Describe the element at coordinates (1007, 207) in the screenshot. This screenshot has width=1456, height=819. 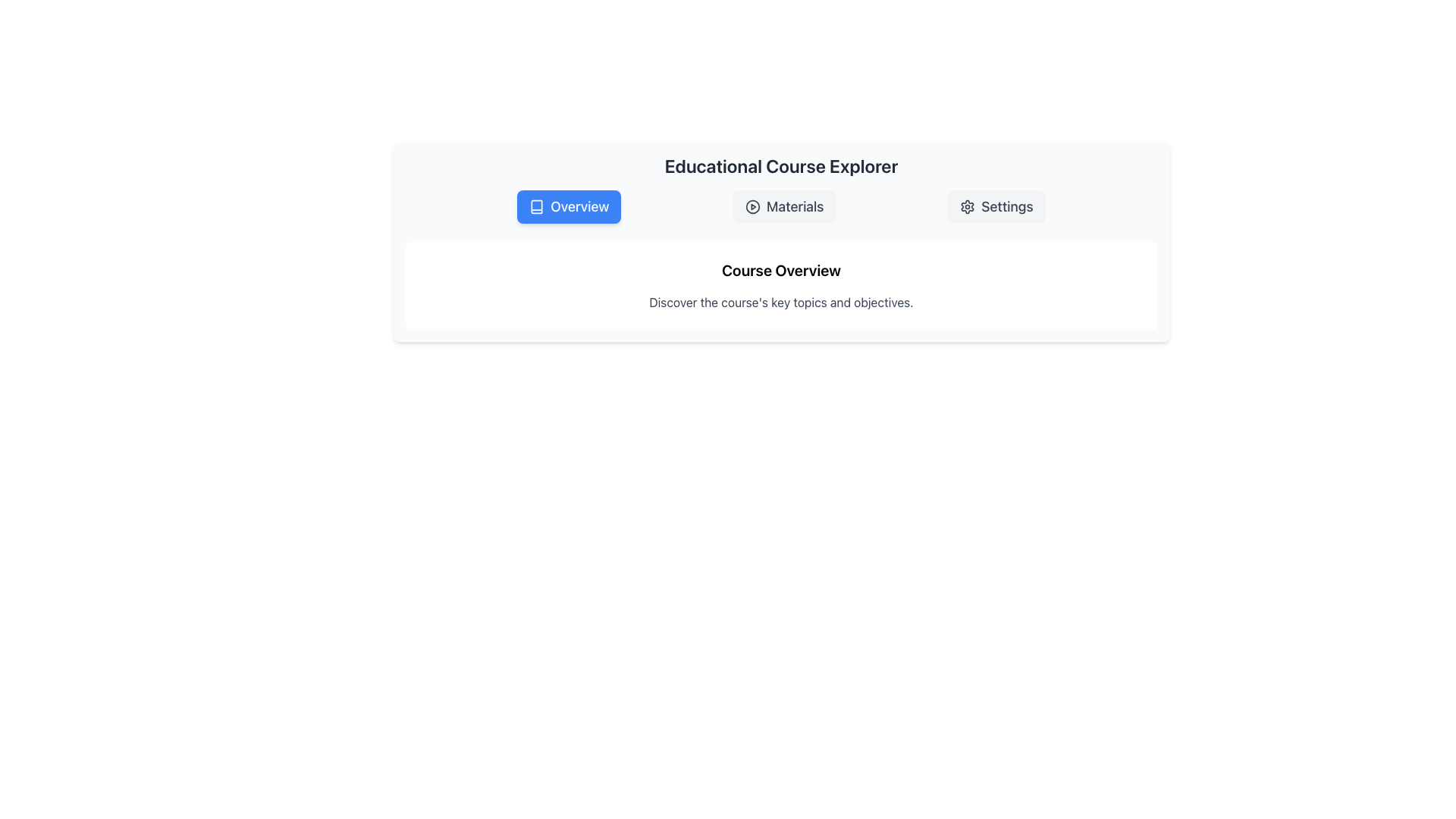
I see `the Static Text Label that indicates navigation functionality for adjusting settings or preferences, located to the right of a gear-shaped icon in the top-right corner of the UI` at that location.